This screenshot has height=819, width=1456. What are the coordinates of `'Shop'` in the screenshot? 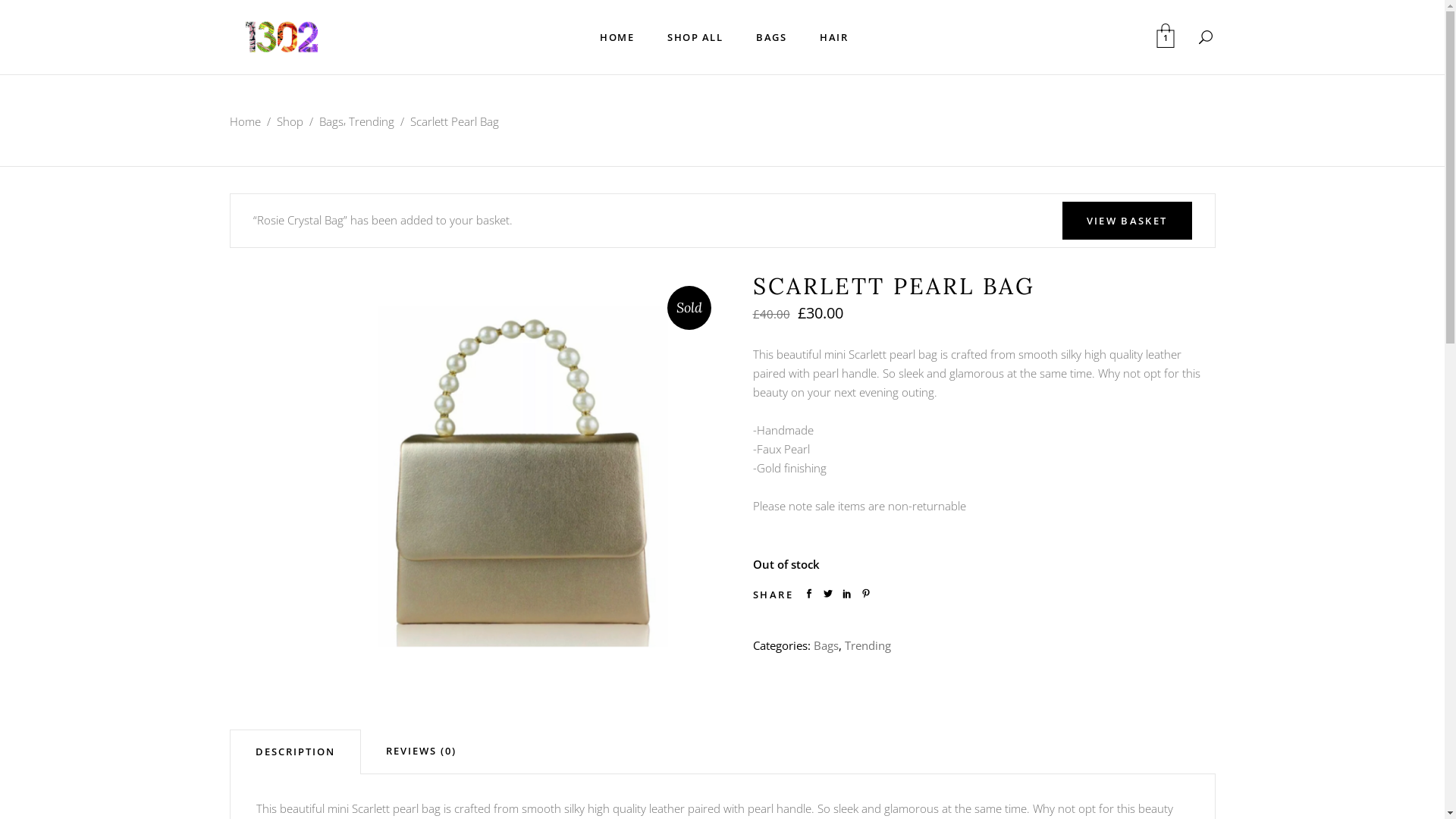 It's located at (289, 121).